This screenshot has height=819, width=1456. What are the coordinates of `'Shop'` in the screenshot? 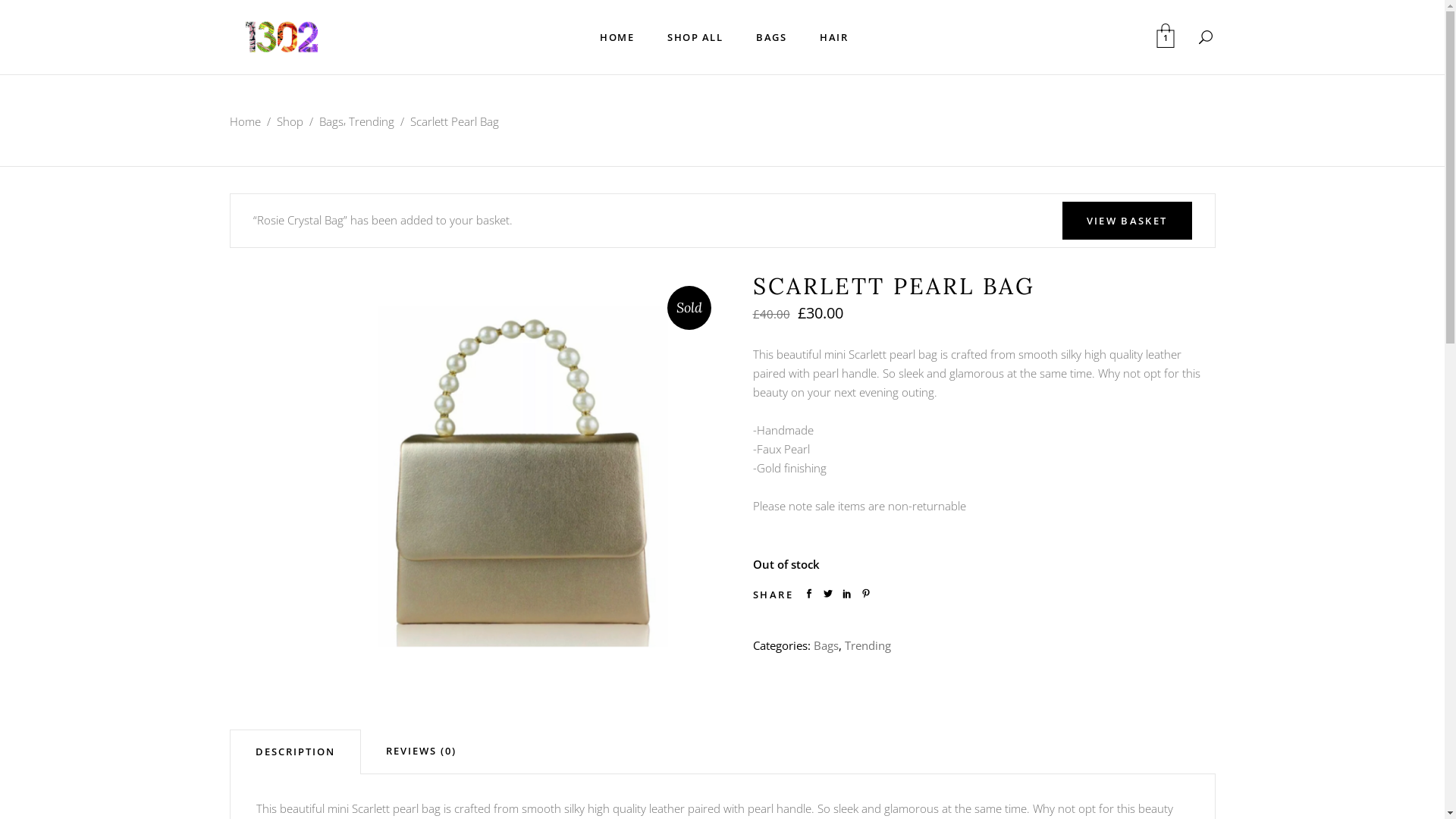 It's located at (289, 121).